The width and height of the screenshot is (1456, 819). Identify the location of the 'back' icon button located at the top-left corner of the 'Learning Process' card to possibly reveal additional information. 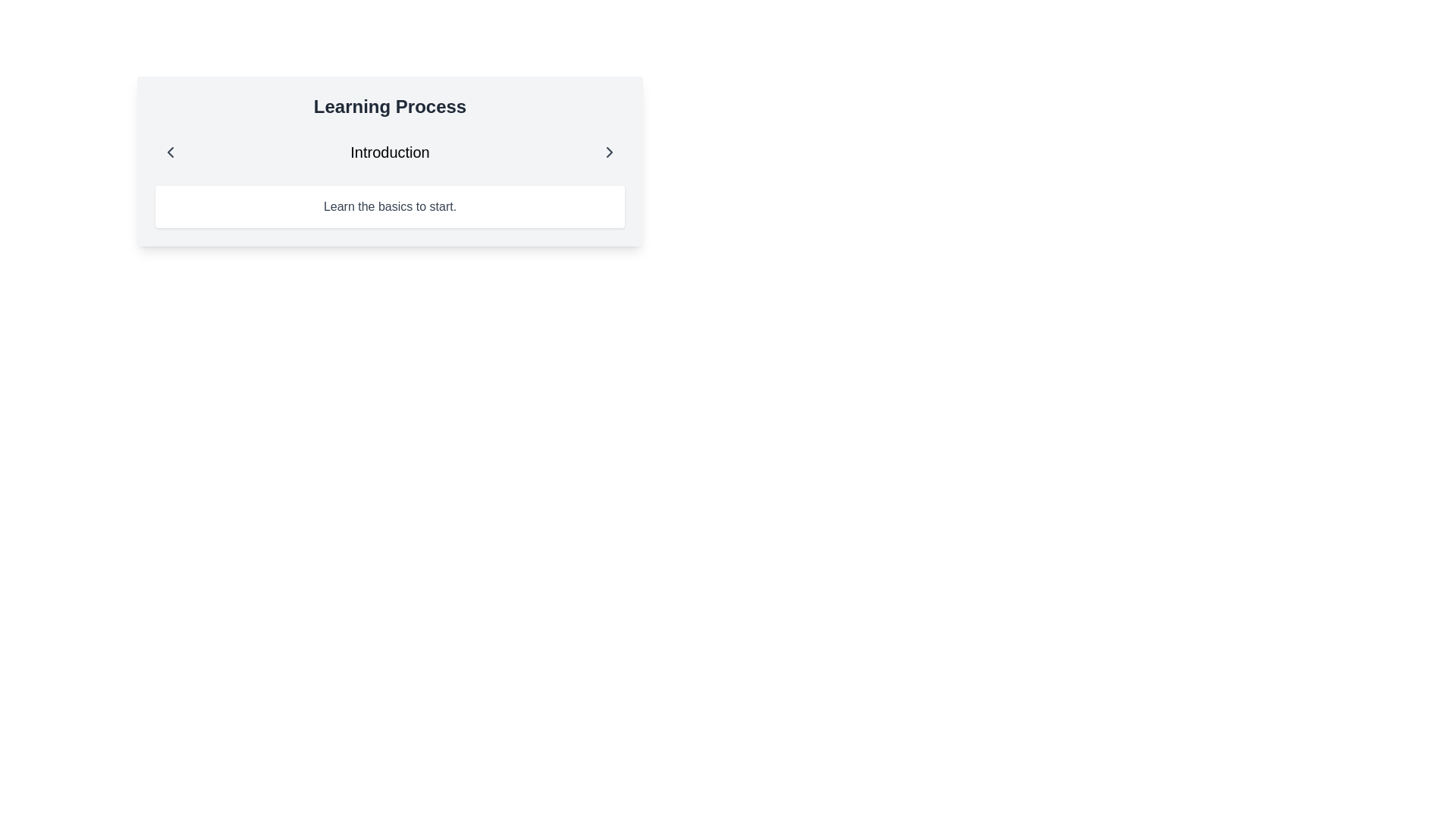
(171, 152).